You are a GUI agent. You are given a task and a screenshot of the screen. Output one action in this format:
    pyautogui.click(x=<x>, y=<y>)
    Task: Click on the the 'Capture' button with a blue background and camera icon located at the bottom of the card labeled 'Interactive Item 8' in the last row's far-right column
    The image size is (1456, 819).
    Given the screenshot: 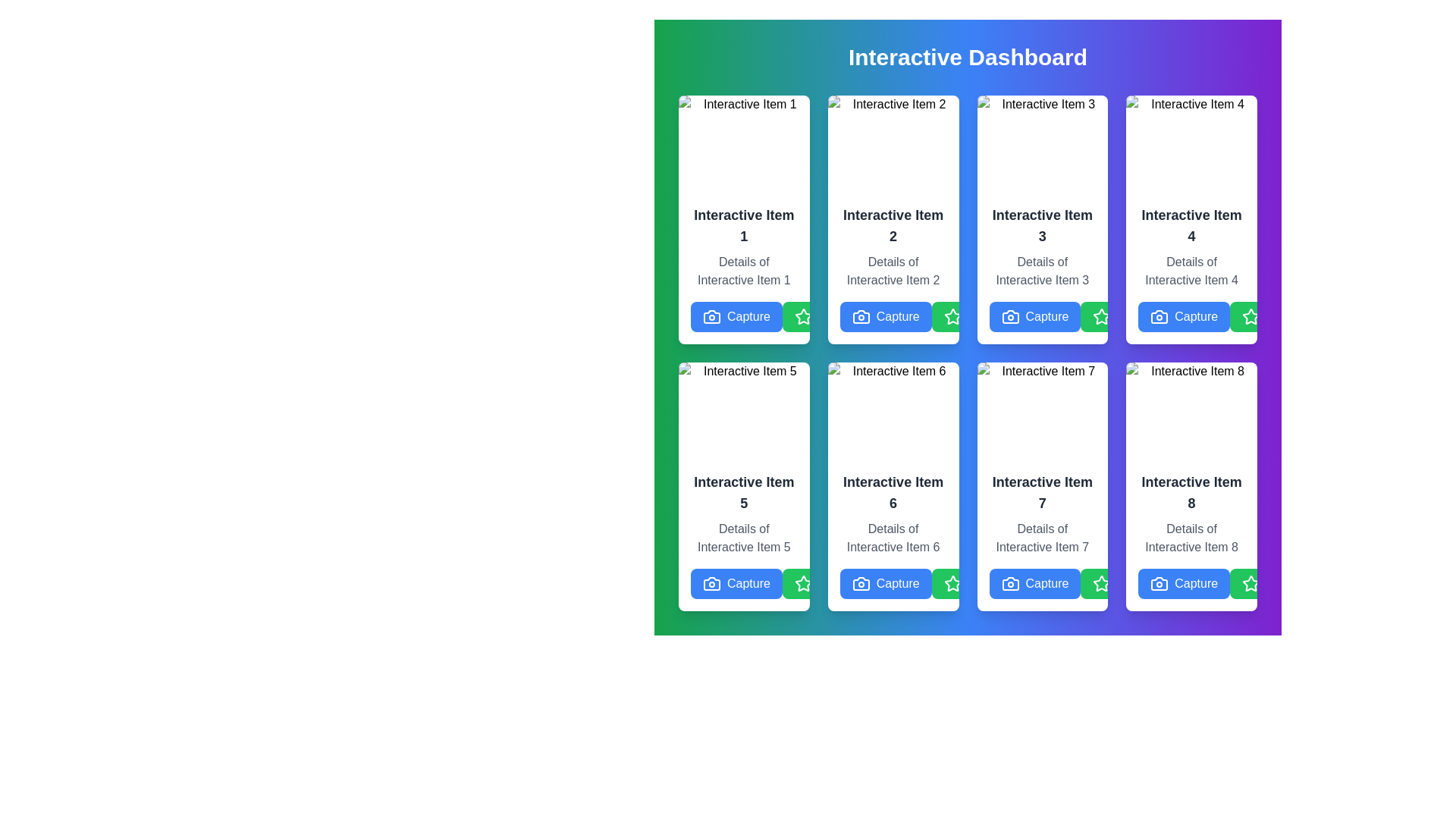 What is the action you would take?
    pyautogui.click(x=1183, y=583)
    